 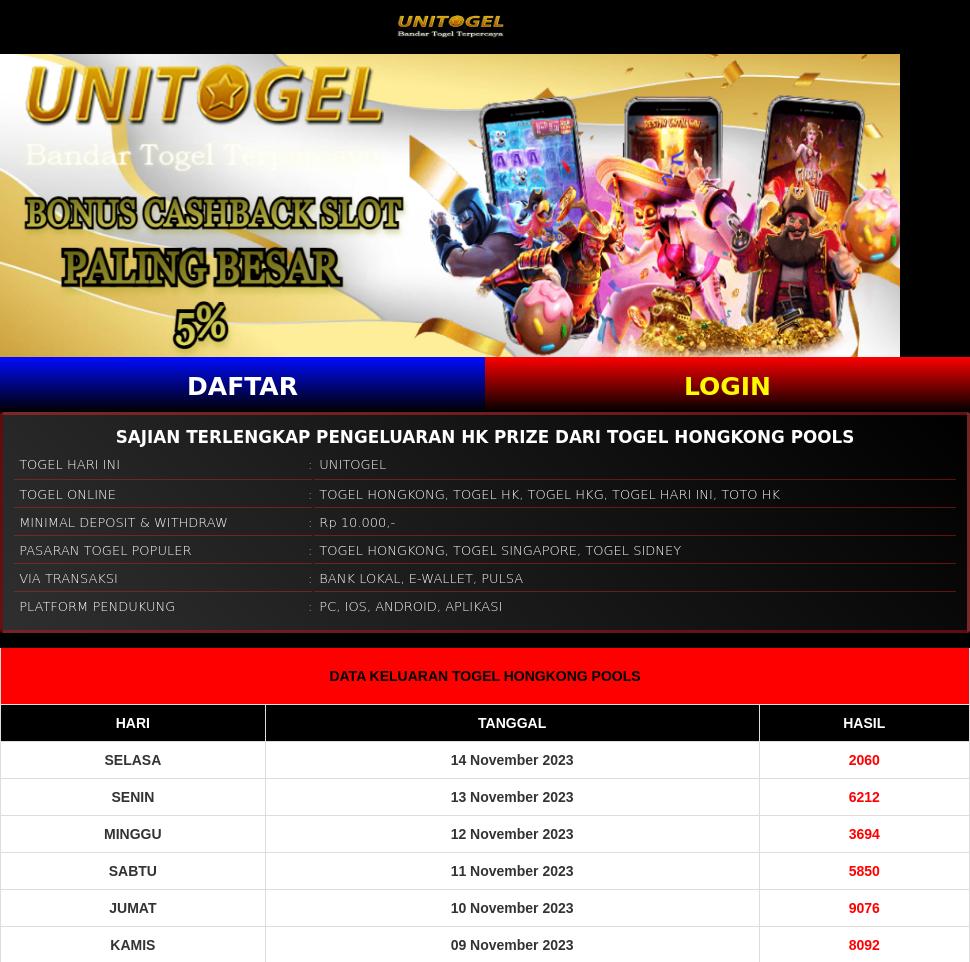 What do you see at coordinates (66, 492) in the screenshot?
I see `'TOGEL ONLINE'` at bounding box center [66, 492].